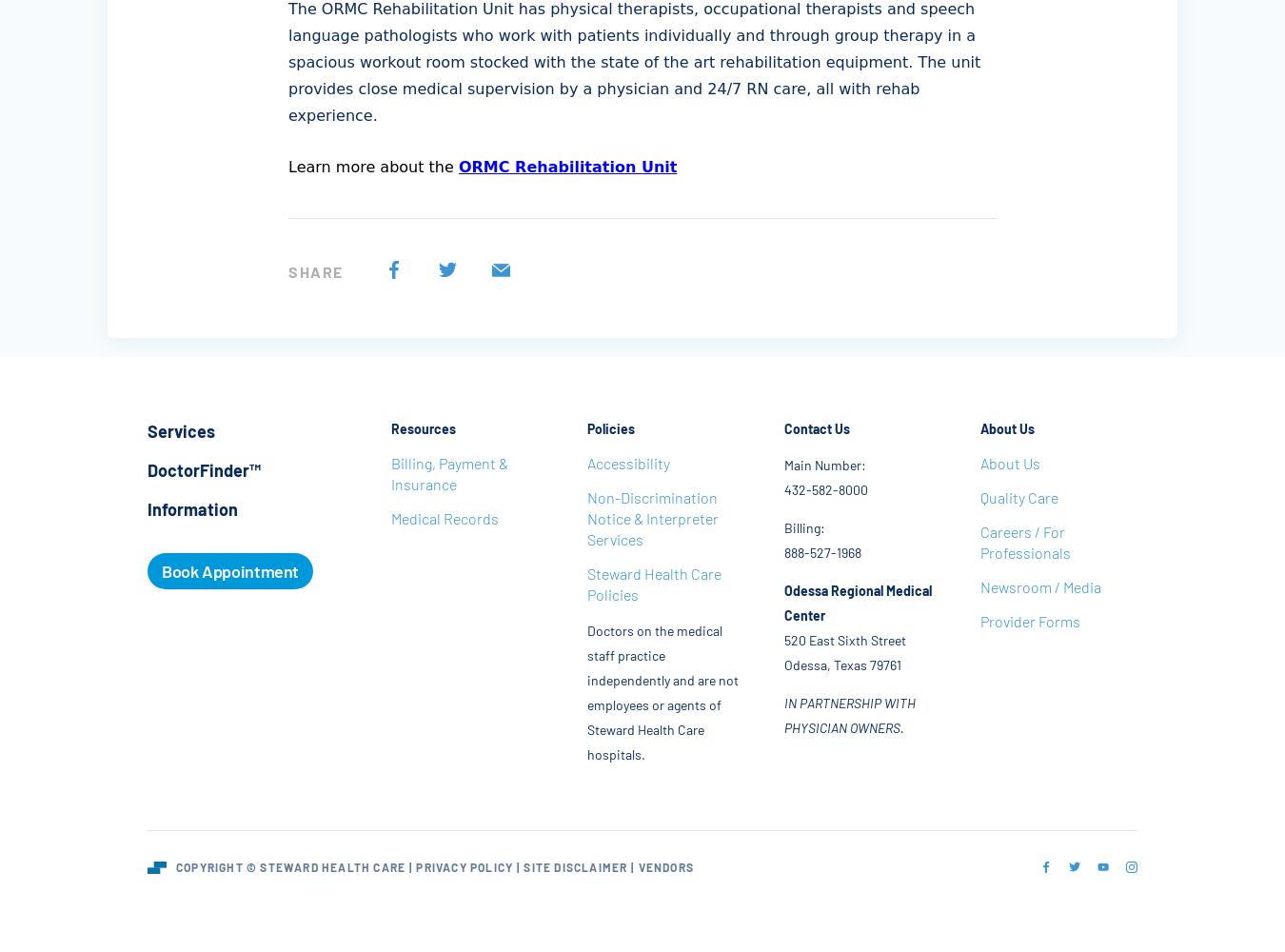  Describe the element at coordinates (611, 427) in the screenshot. I see `'Policies'` at that location.